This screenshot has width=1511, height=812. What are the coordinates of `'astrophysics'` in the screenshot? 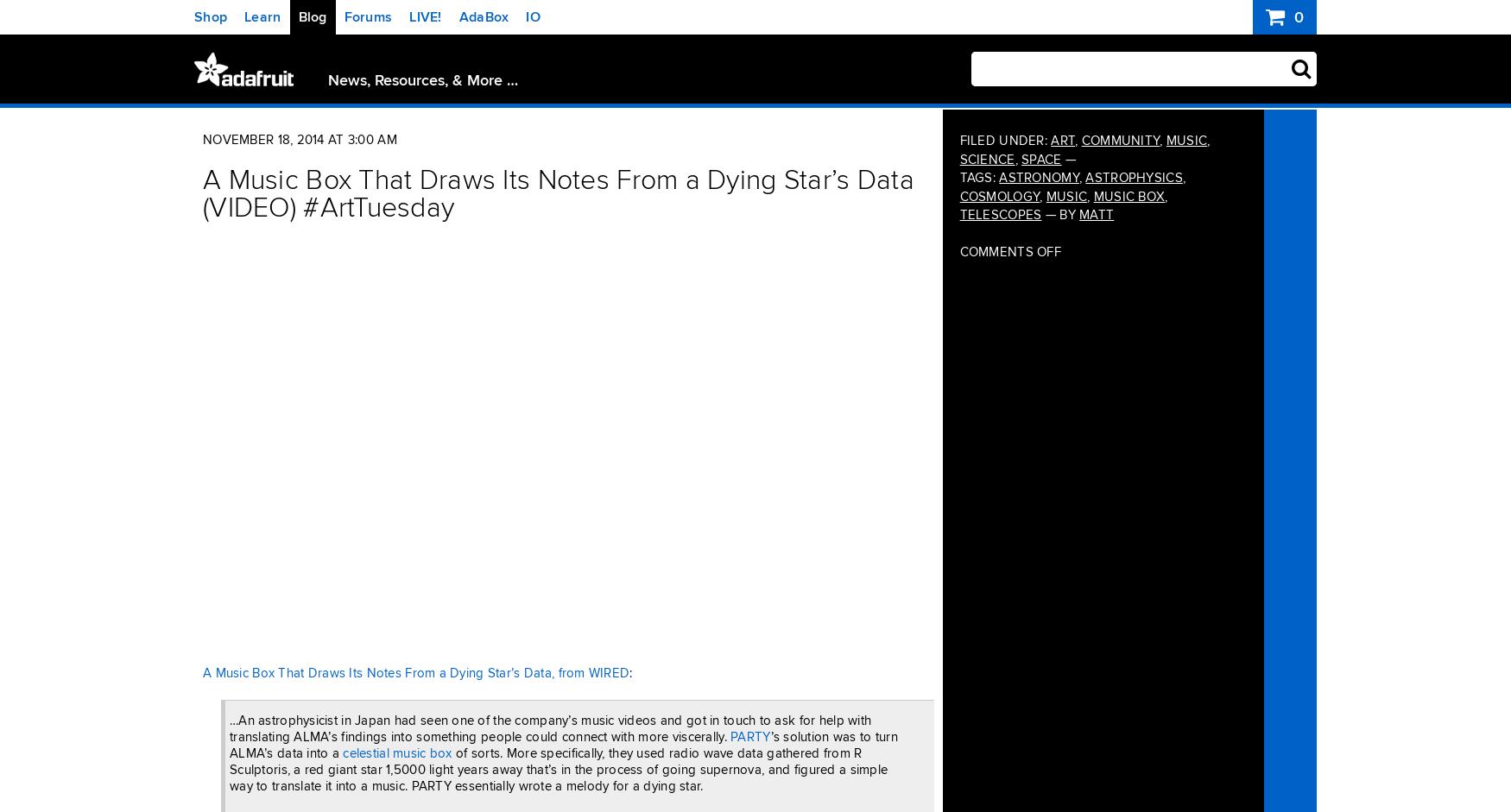 It's located at (1084, 177).